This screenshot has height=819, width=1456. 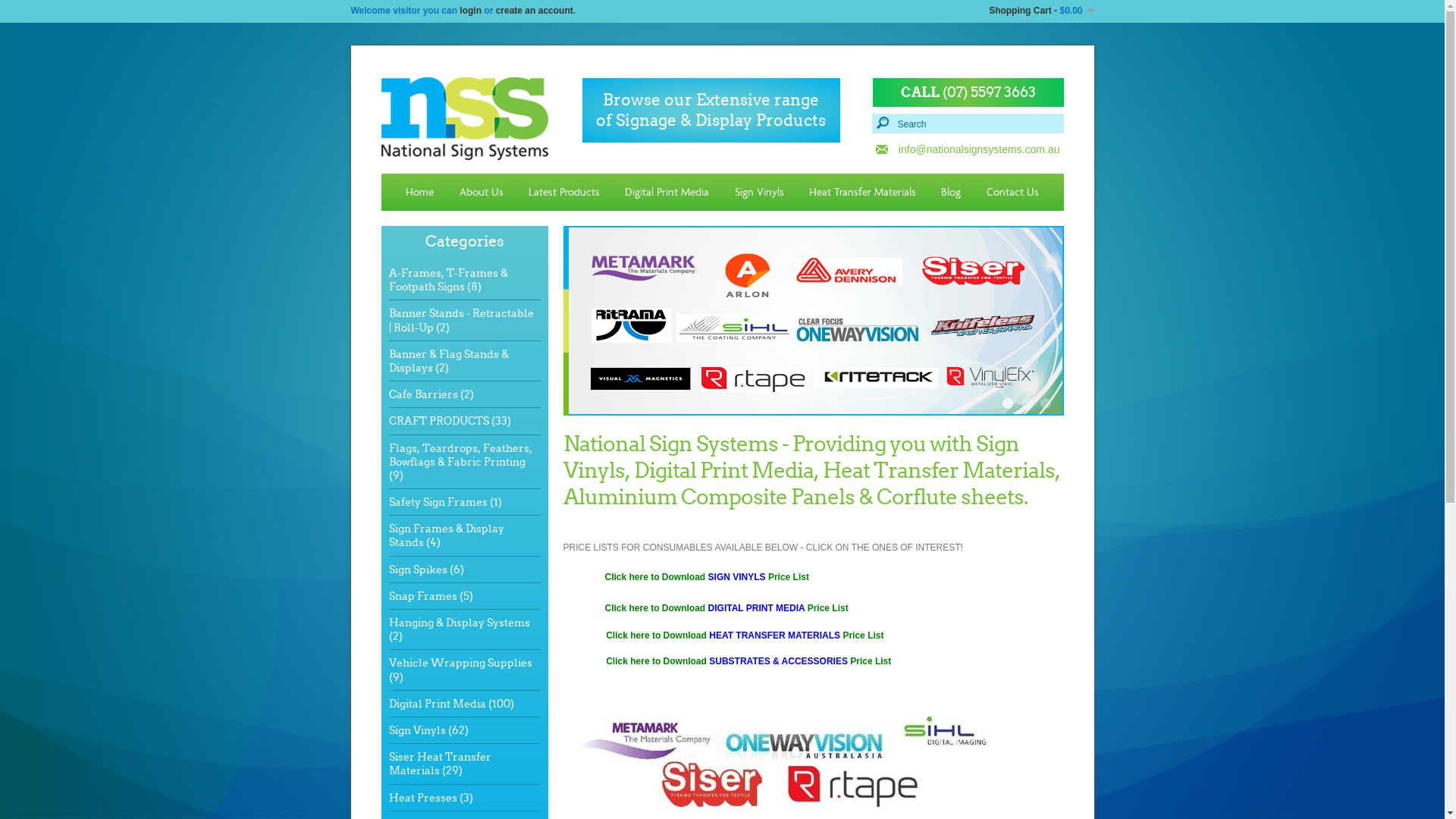 What do you see at coordinates (448, 421) in the screenshot?
I see `'CRAFT PRODUCTS (33)'` at bounding box center [448, 421].